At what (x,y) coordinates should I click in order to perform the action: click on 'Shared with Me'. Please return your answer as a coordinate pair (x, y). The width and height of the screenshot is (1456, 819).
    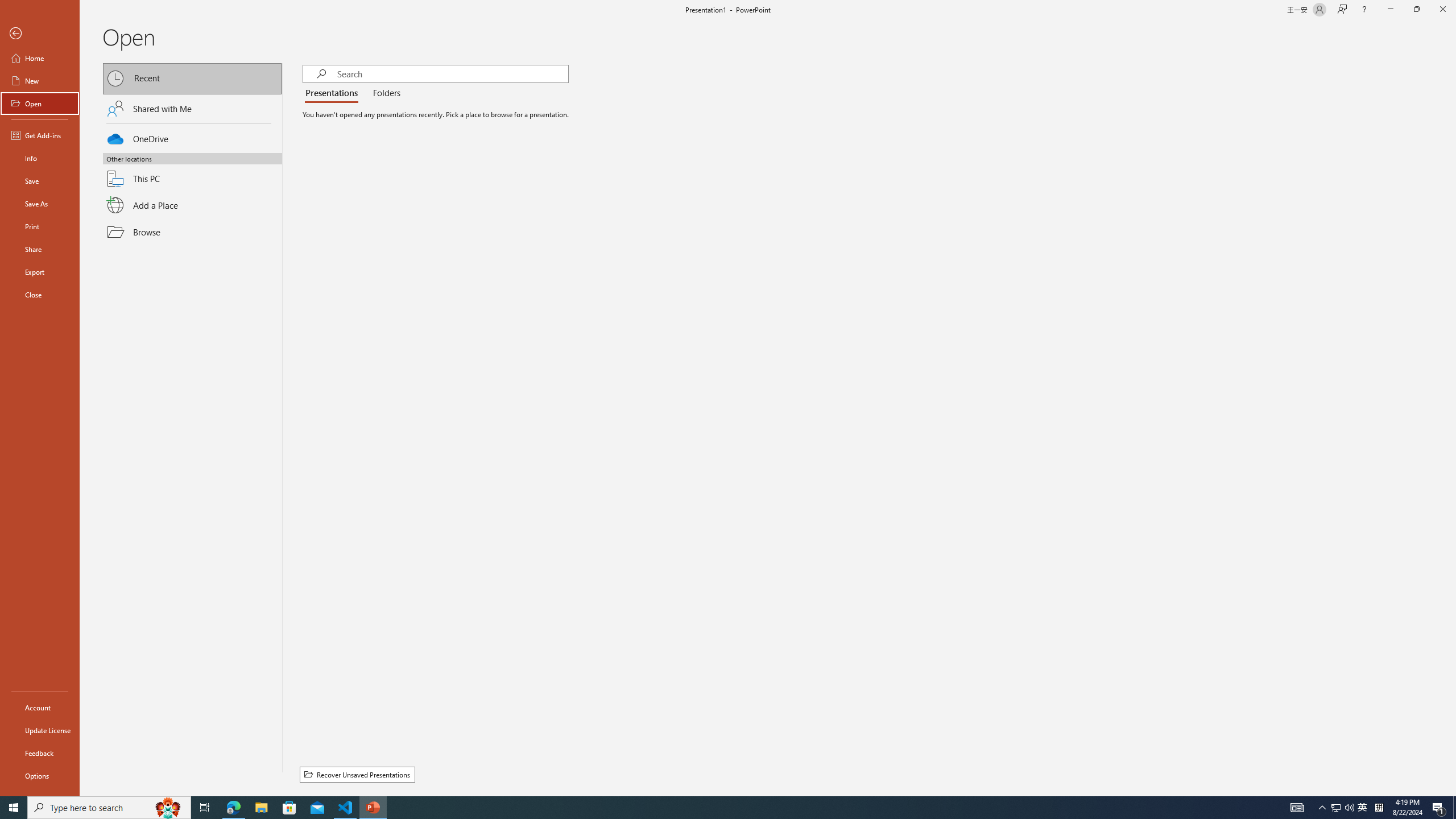
    Looking at the image, I should click on (192, 107).